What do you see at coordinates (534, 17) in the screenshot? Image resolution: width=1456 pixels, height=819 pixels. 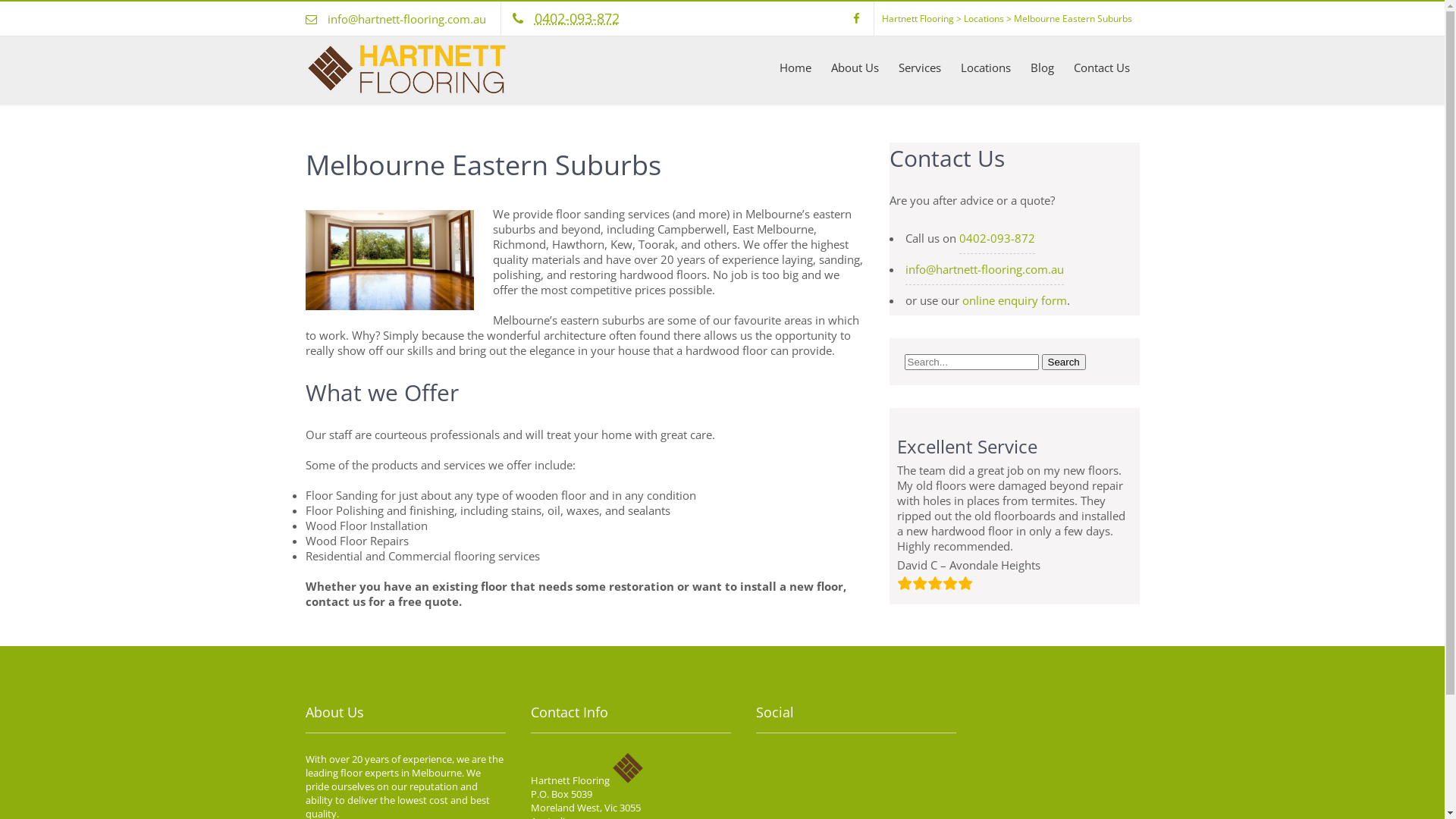 I see `'0402-093-872'` at bounding box center [534, 17].